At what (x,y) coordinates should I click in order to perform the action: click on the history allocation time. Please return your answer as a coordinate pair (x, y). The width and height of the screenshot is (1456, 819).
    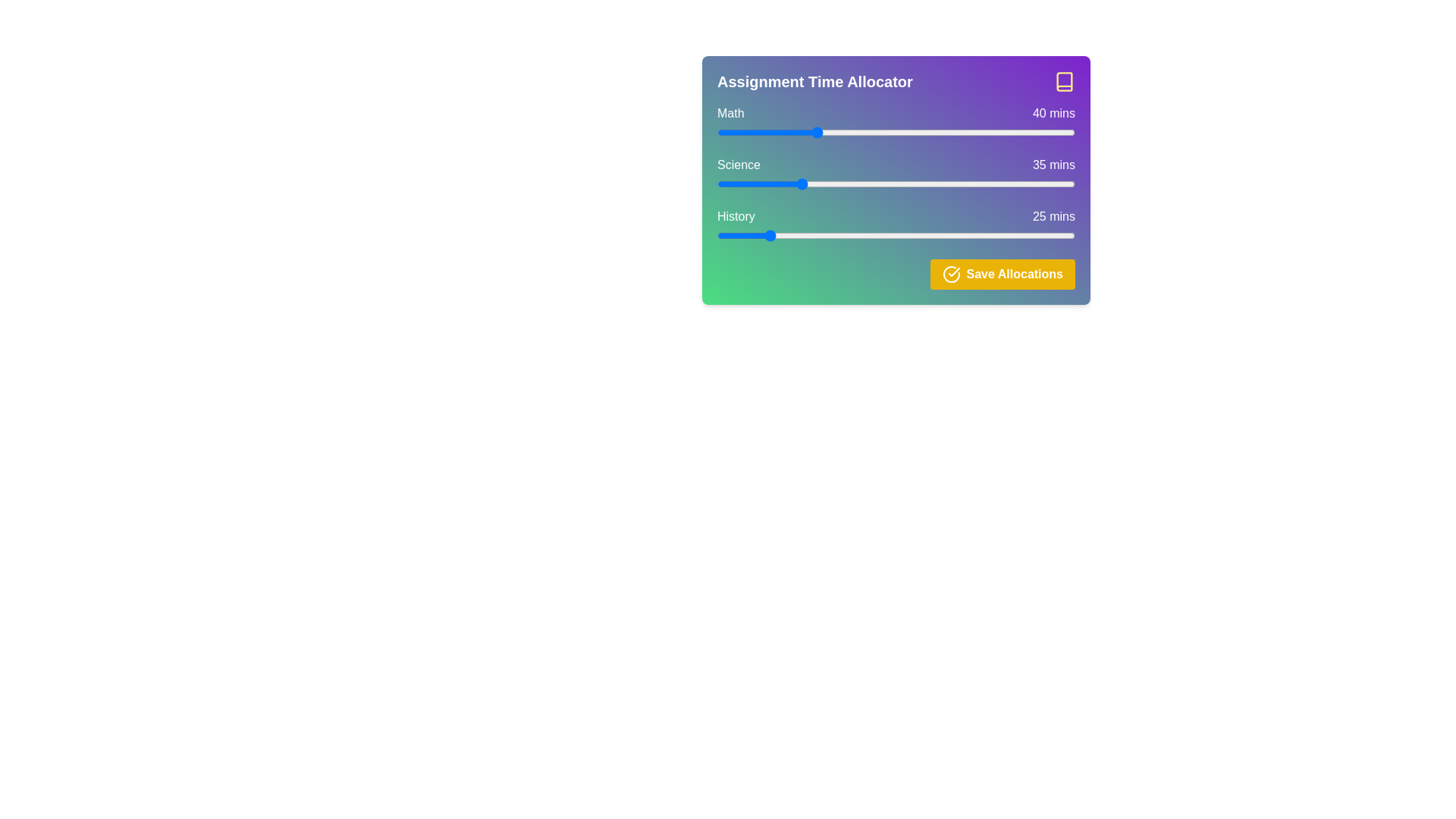
    Looking at the image, I should click on (984, 236).